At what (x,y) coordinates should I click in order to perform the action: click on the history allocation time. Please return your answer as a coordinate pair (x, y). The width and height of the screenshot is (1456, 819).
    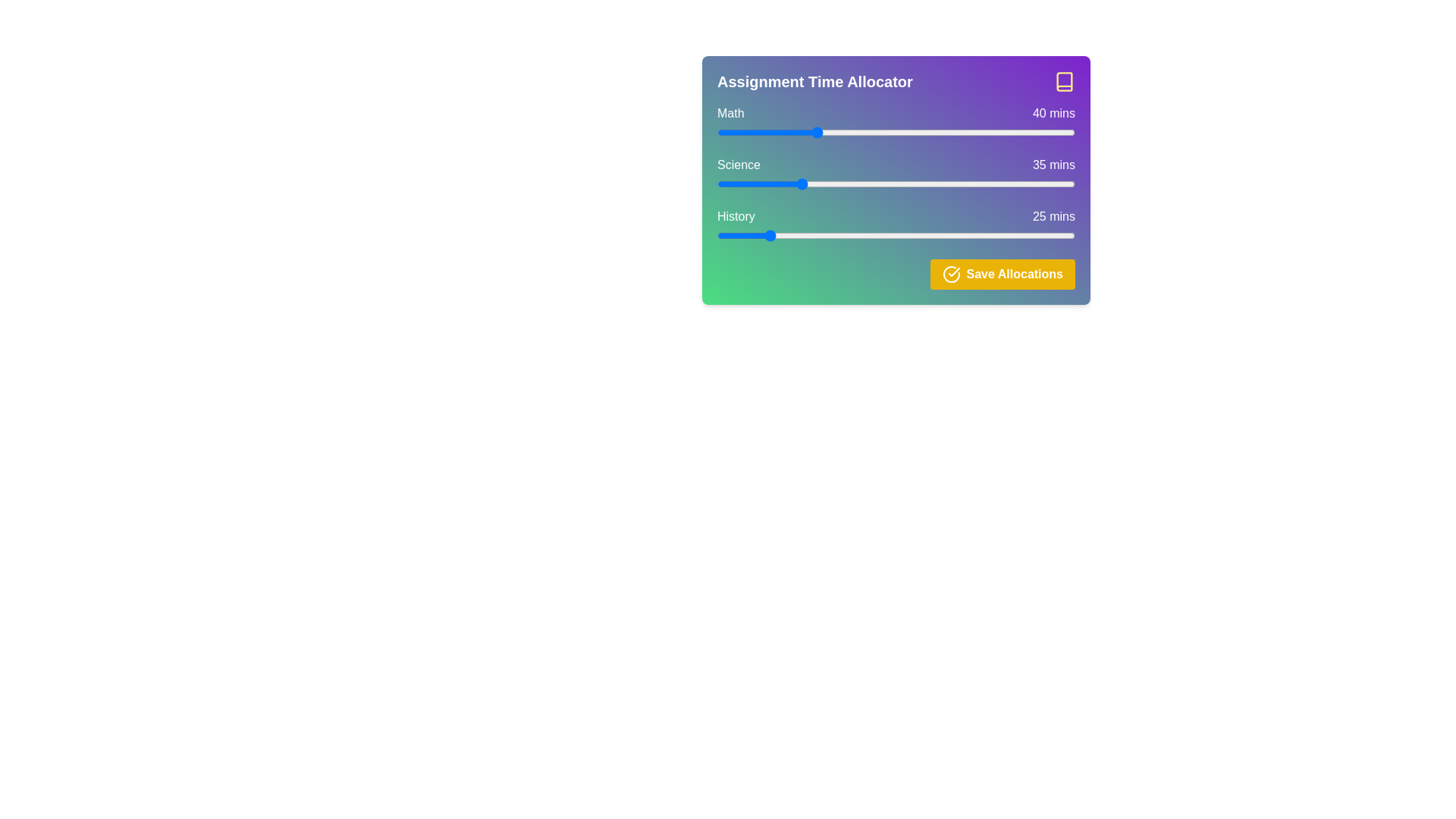
    Looking at the image, I should click on (984, 236).